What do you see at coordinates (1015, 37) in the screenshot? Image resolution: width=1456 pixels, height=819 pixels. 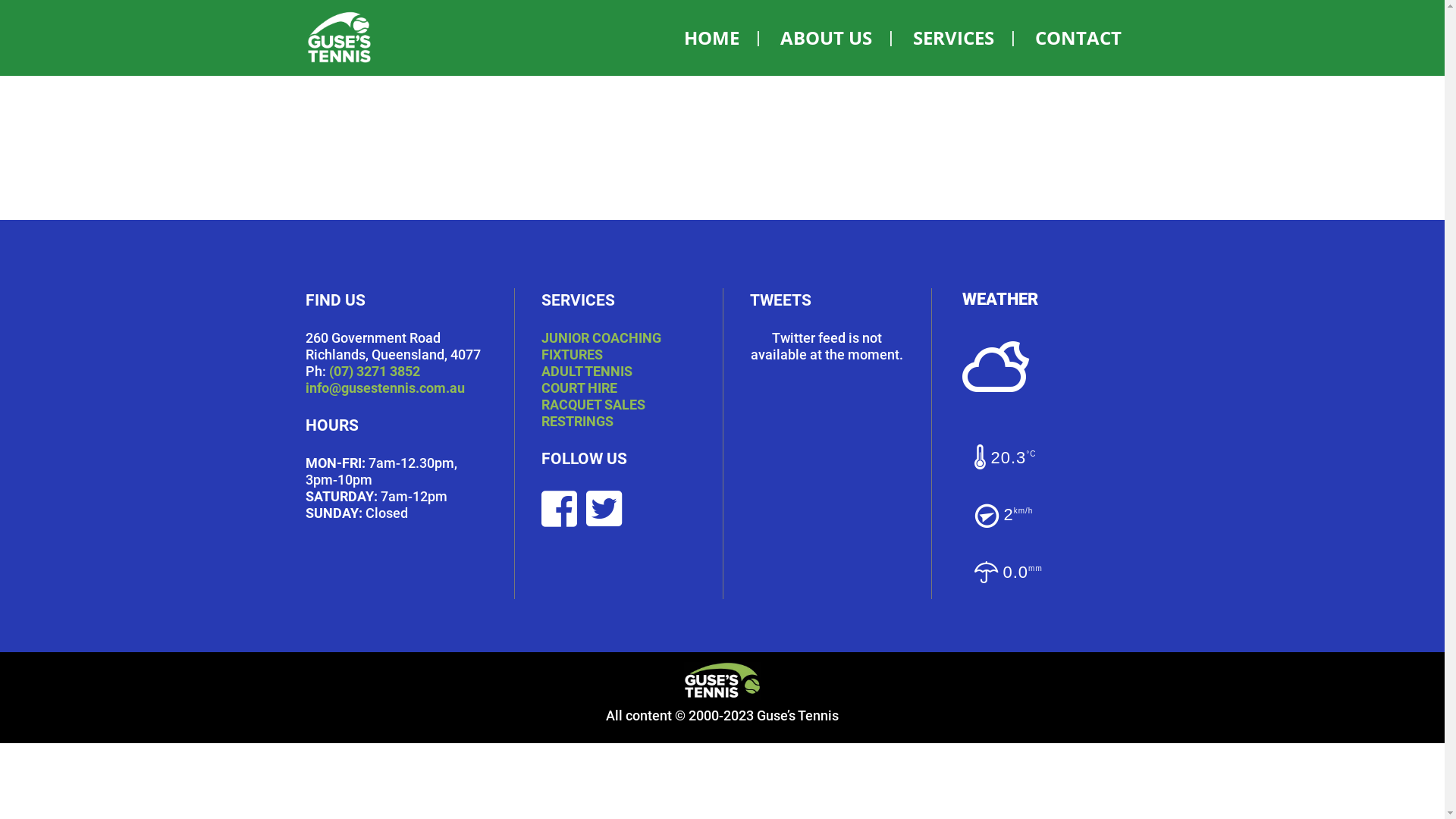 I see `'CONTACT'` at bounding box center [1015, 37].